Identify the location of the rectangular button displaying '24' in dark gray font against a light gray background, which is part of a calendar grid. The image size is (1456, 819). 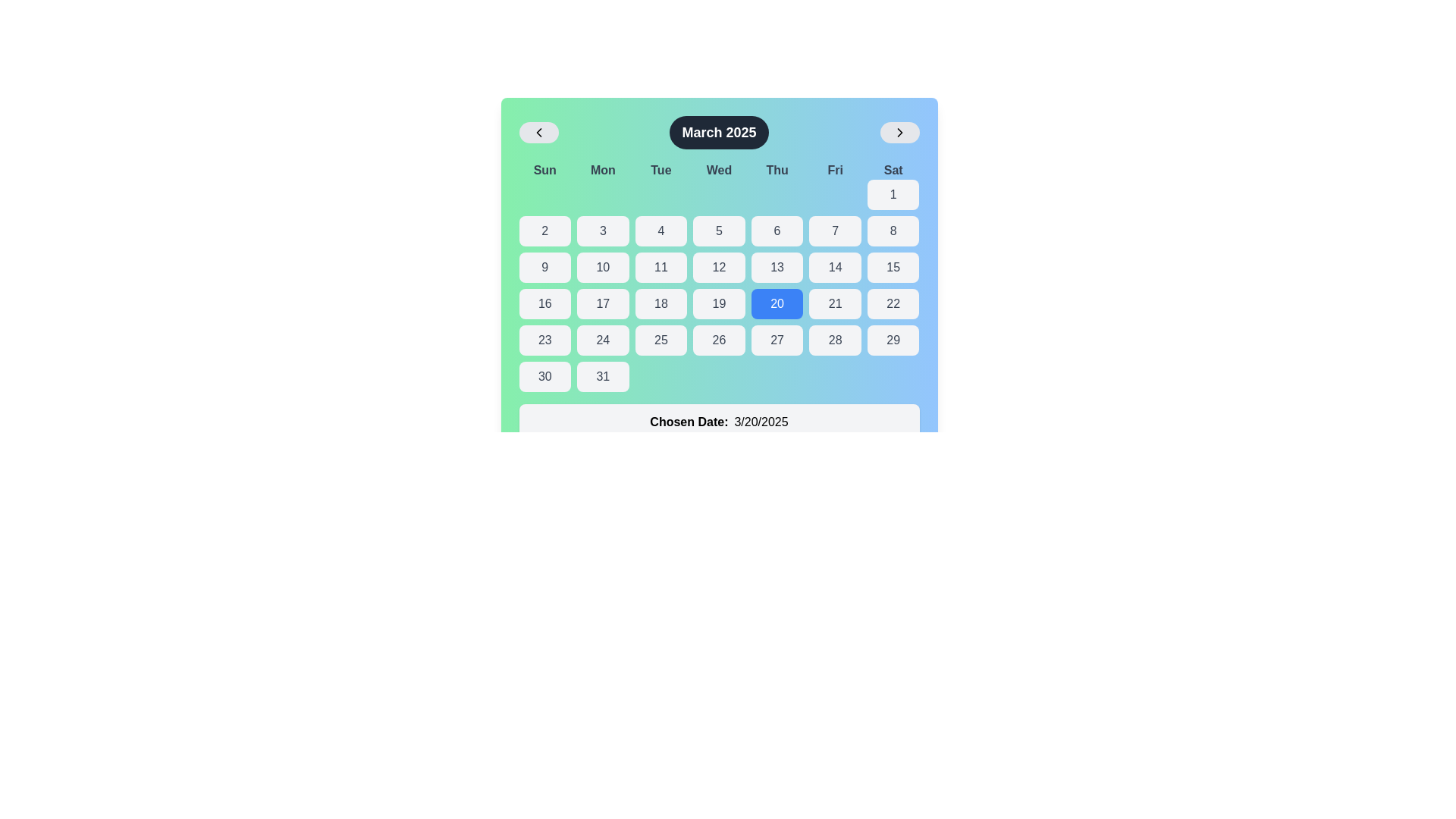
(602, 339).